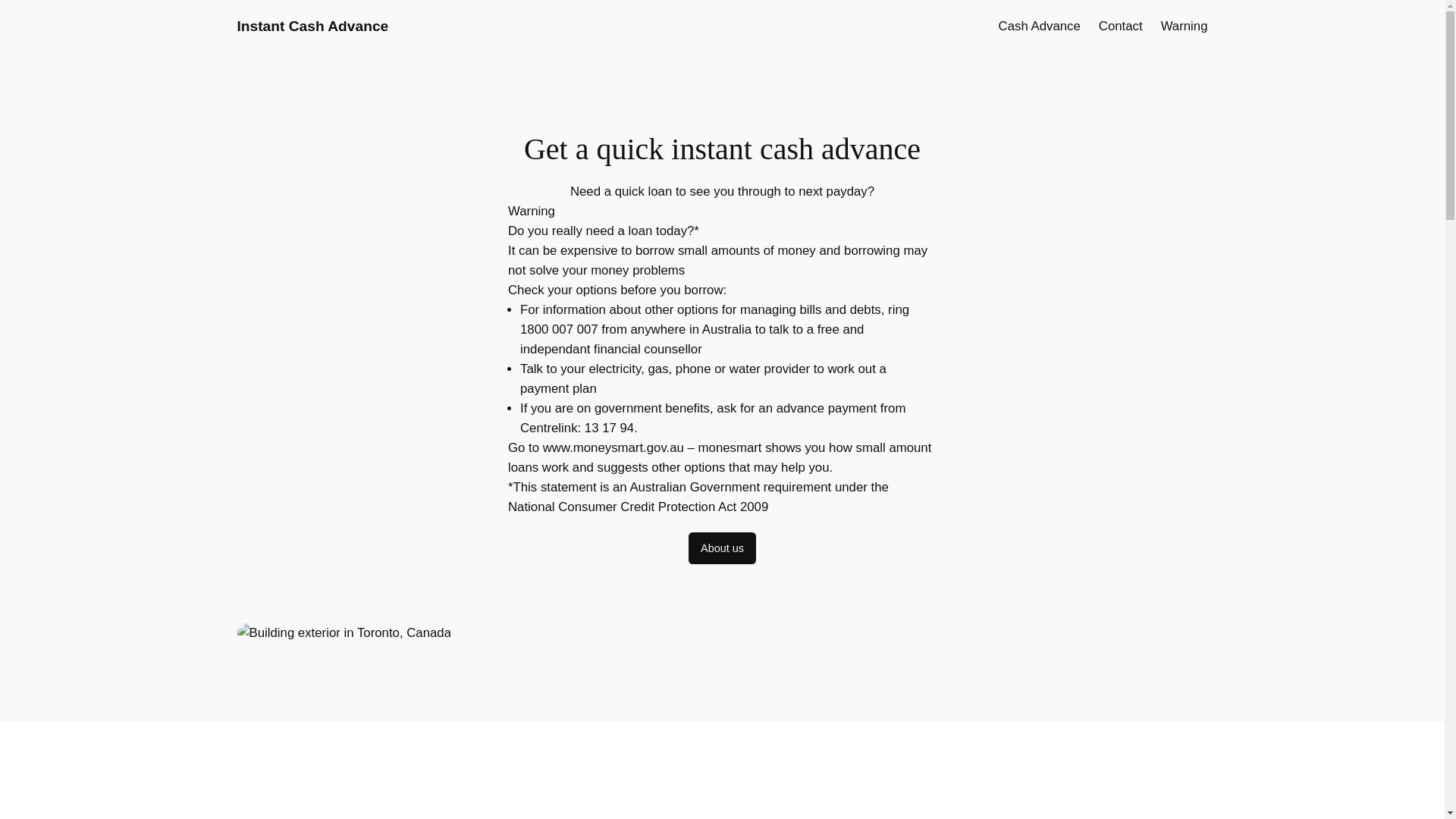 The image size is (1456, 819). I want to click on 'Warning', so click(1160, 26).